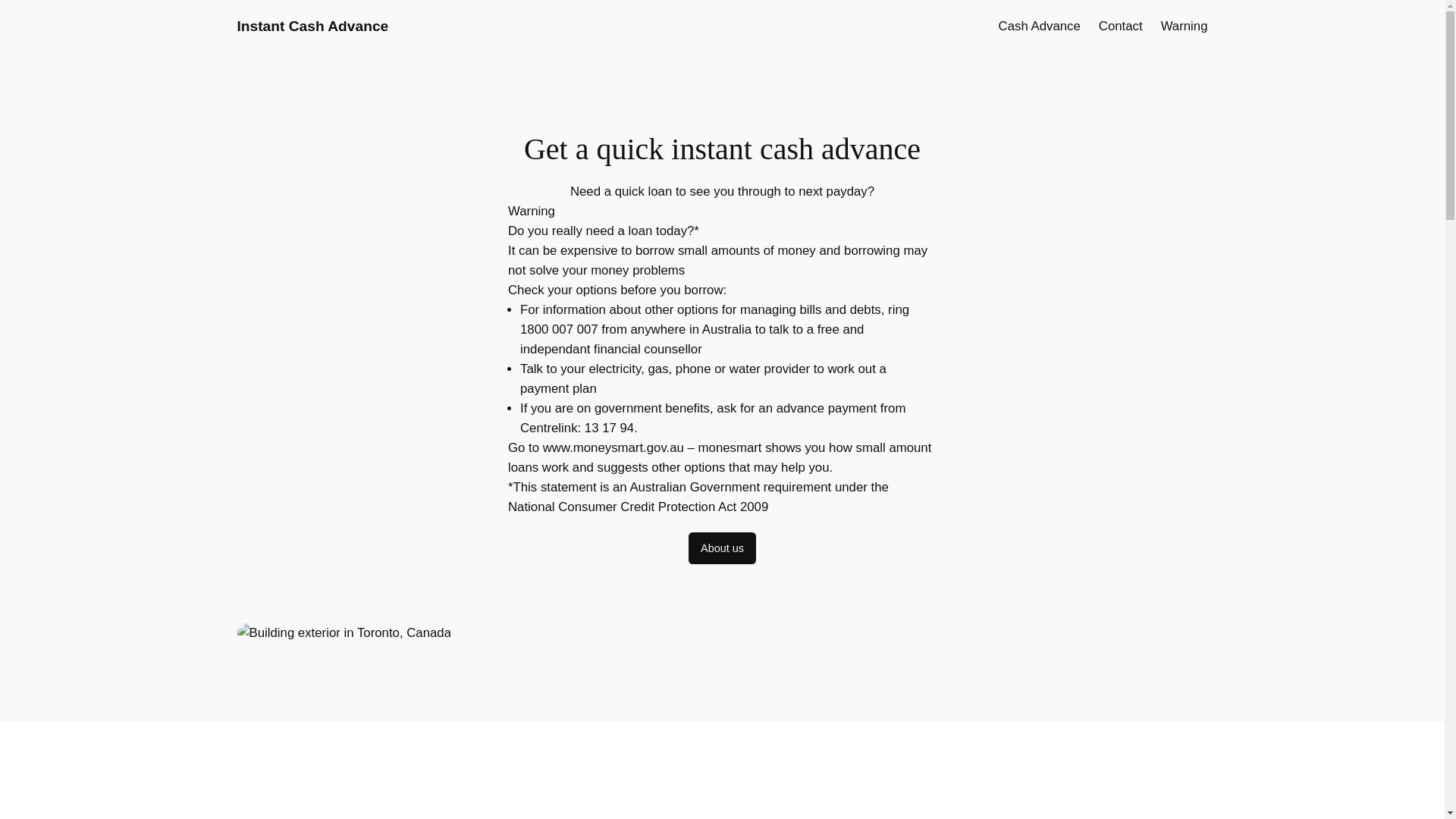 The image size is (1456, 819). I want to click on 'Warning', so click(1160, 26).